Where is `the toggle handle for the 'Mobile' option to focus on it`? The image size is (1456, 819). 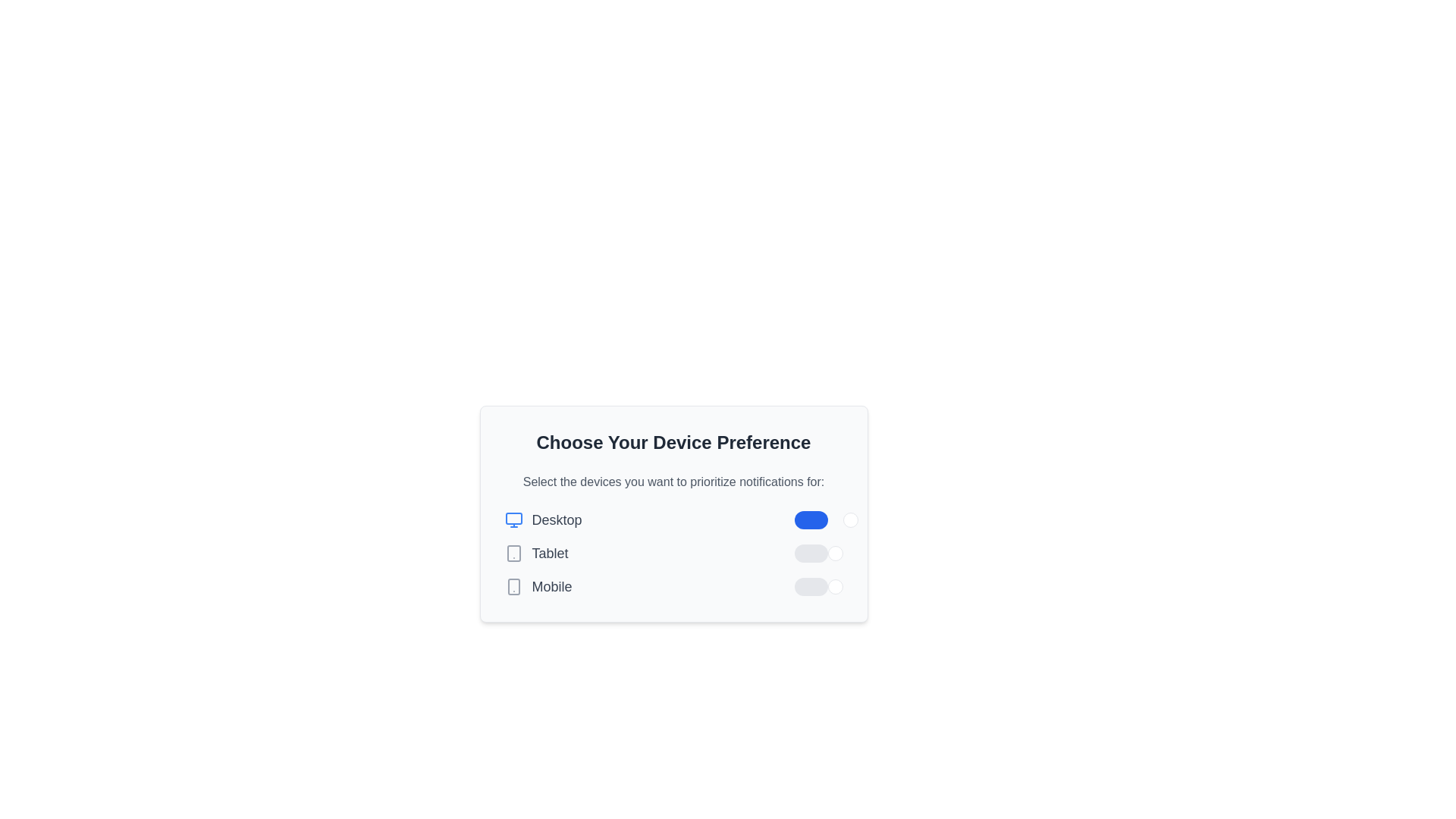 the toggle handle for the 'Mobile' option to focus on it is located at coordinates (834, 586).